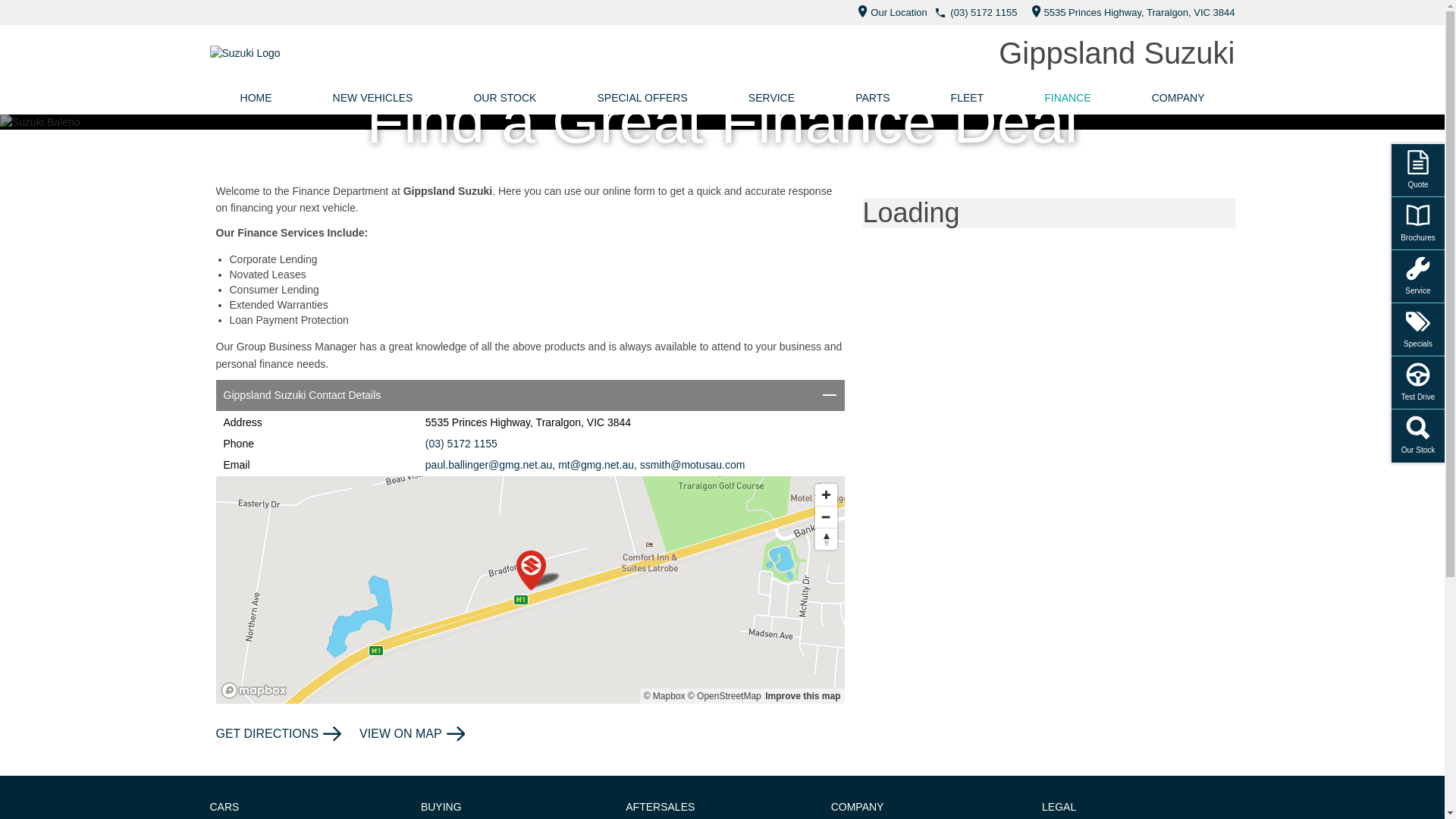  I want to click on 'VIEW ON MAP', so click(359, 733).